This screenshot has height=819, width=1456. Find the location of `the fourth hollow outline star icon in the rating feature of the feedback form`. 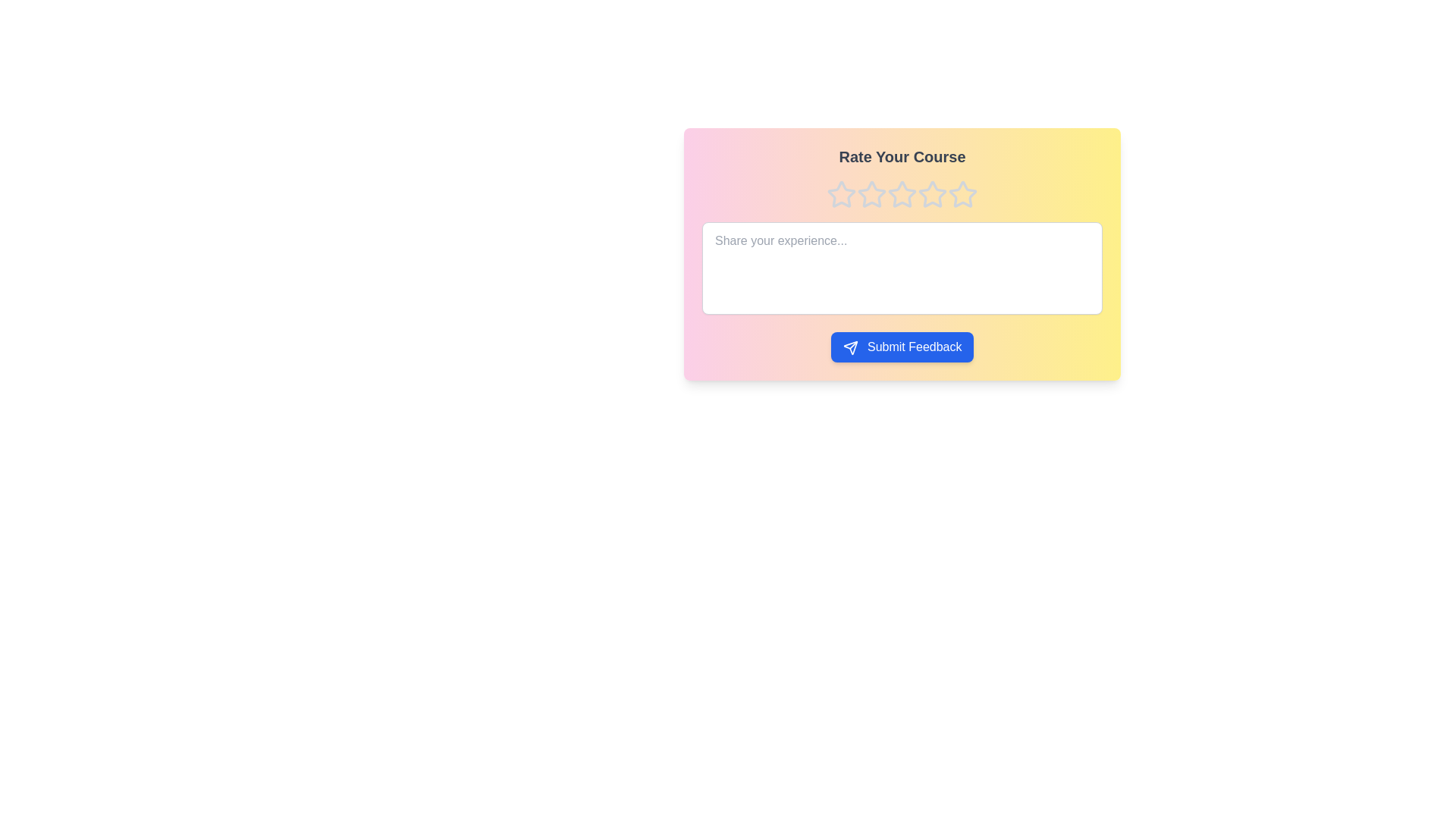

the fourth hollow outline star icon in the rating feature of the feedback form is located at coordinates (931, 194).